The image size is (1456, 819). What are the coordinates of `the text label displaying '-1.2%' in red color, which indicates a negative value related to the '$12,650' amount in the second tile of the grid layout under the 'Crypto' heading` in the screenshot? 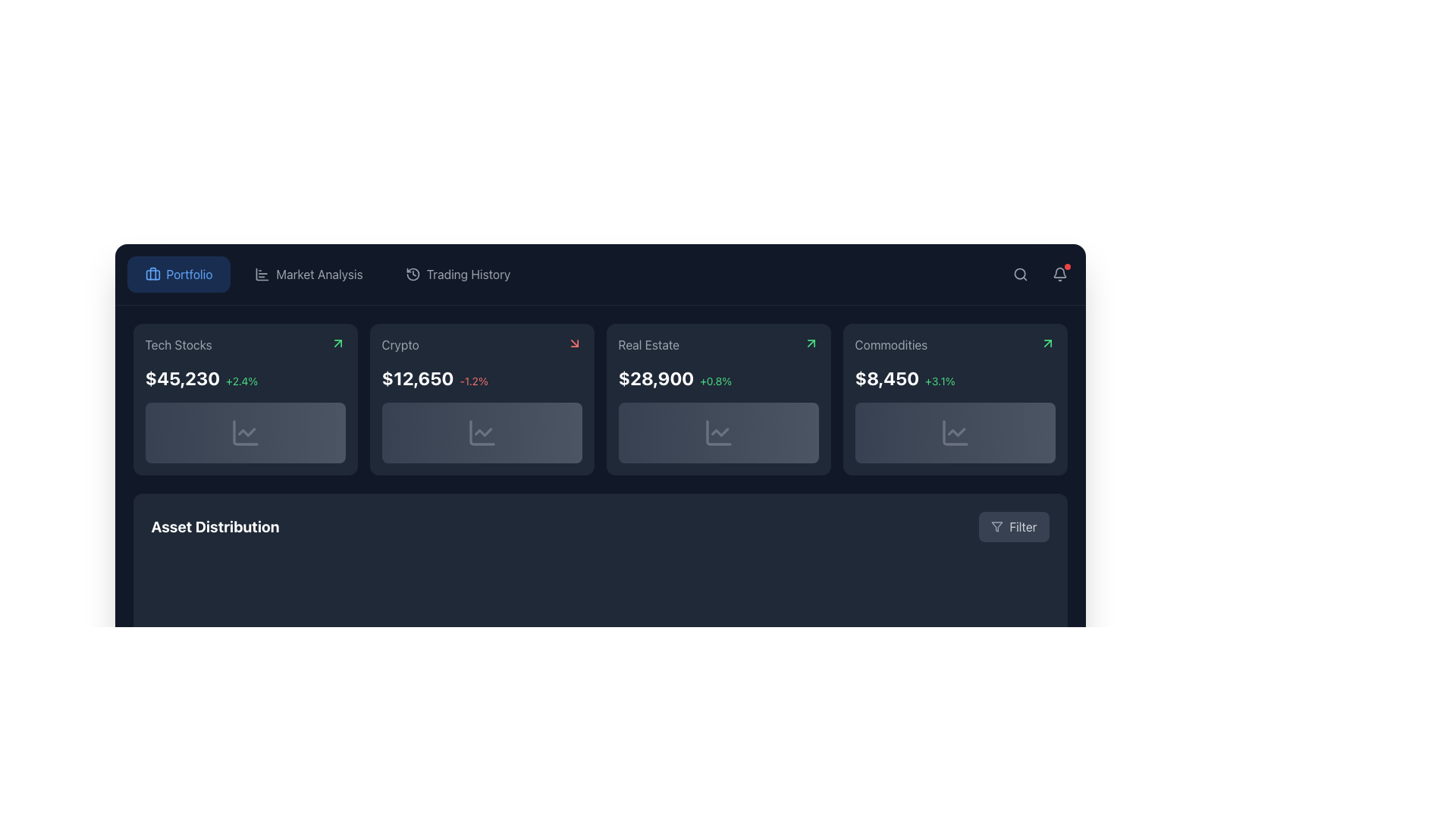 It's located at (473, 380).